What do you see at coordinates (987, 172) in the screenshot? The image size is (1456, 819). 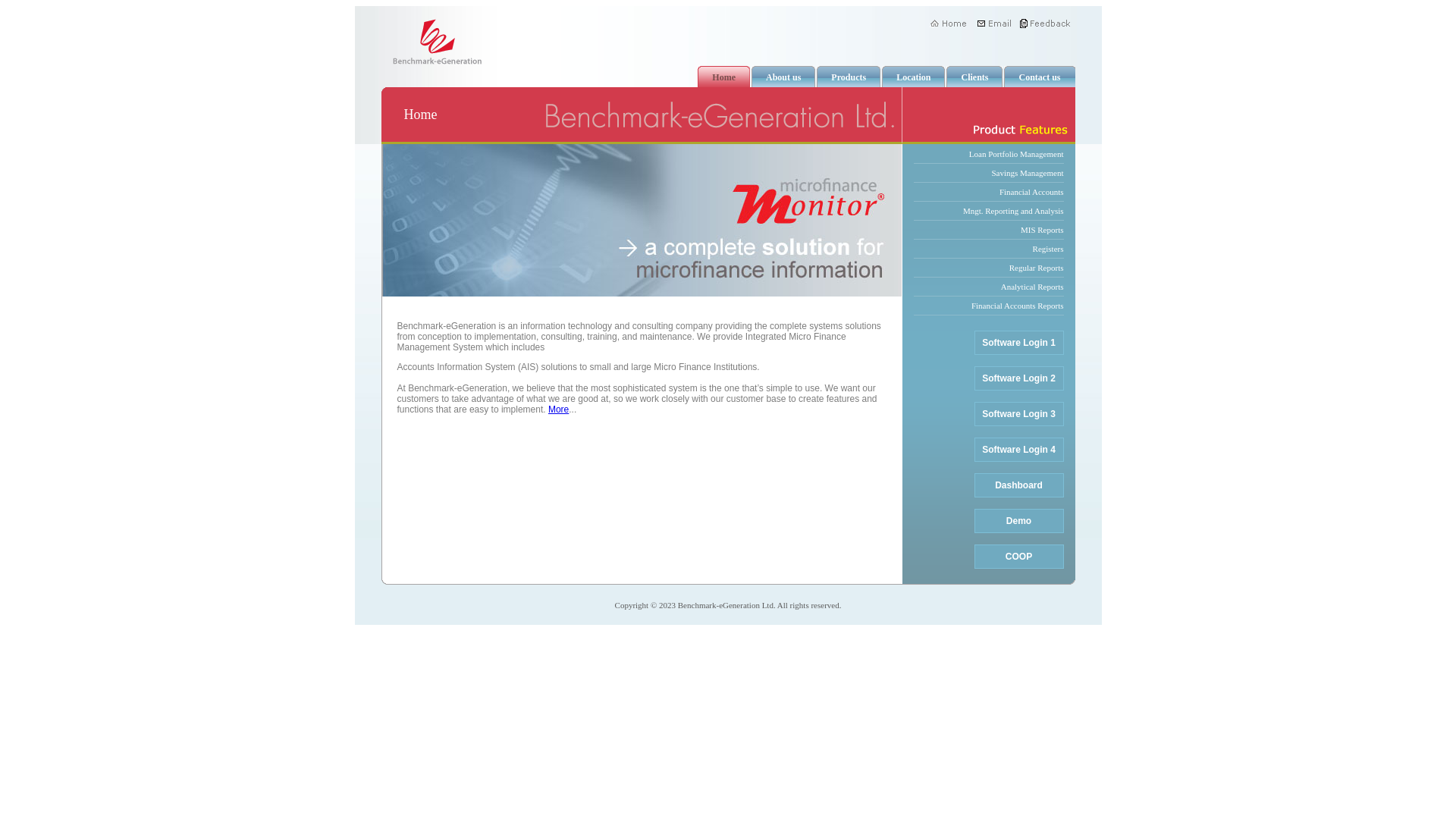 I see `'Savings Management'` at bounding box center [987, 172].